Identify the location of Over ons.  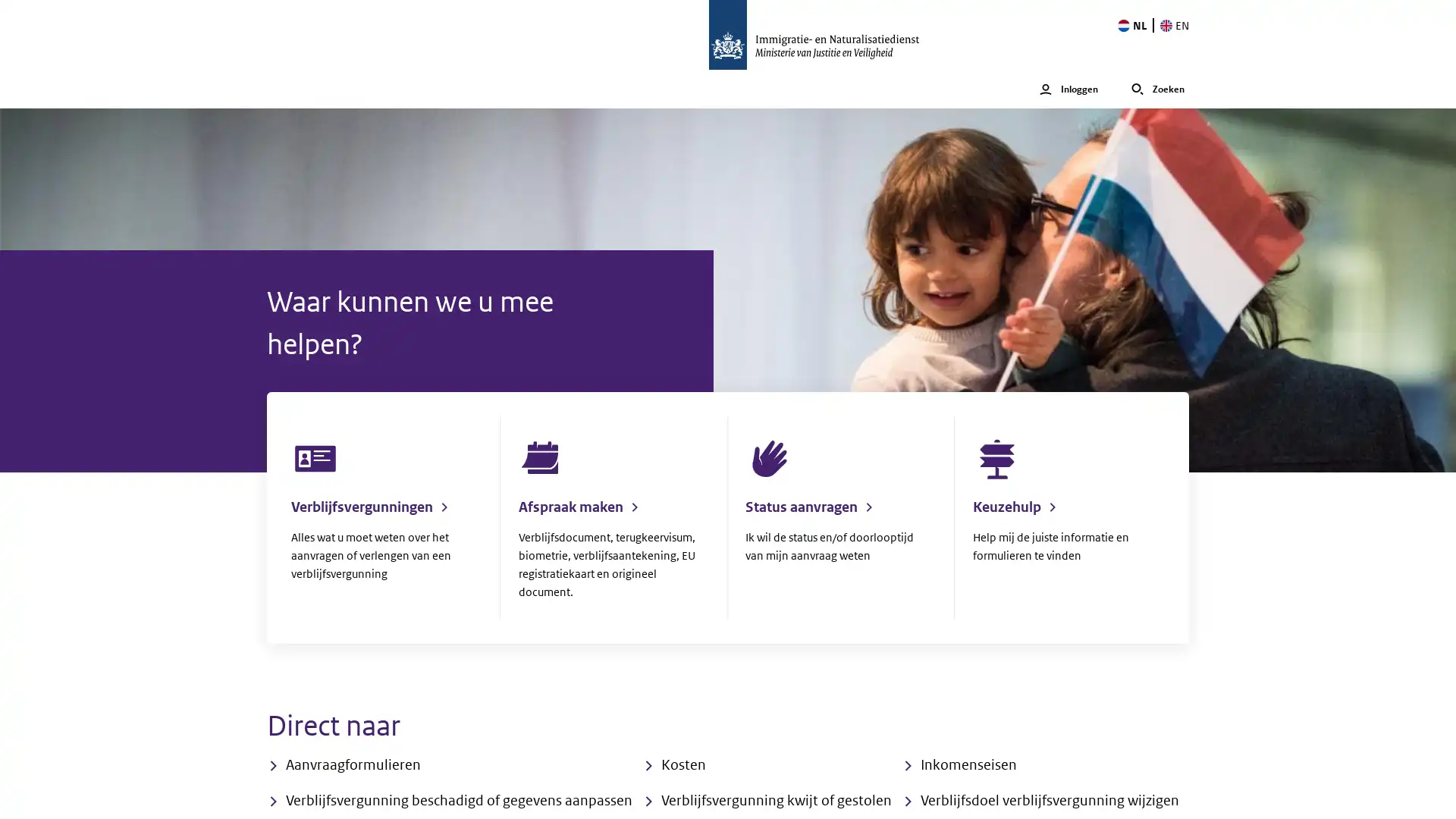
(590, 89).